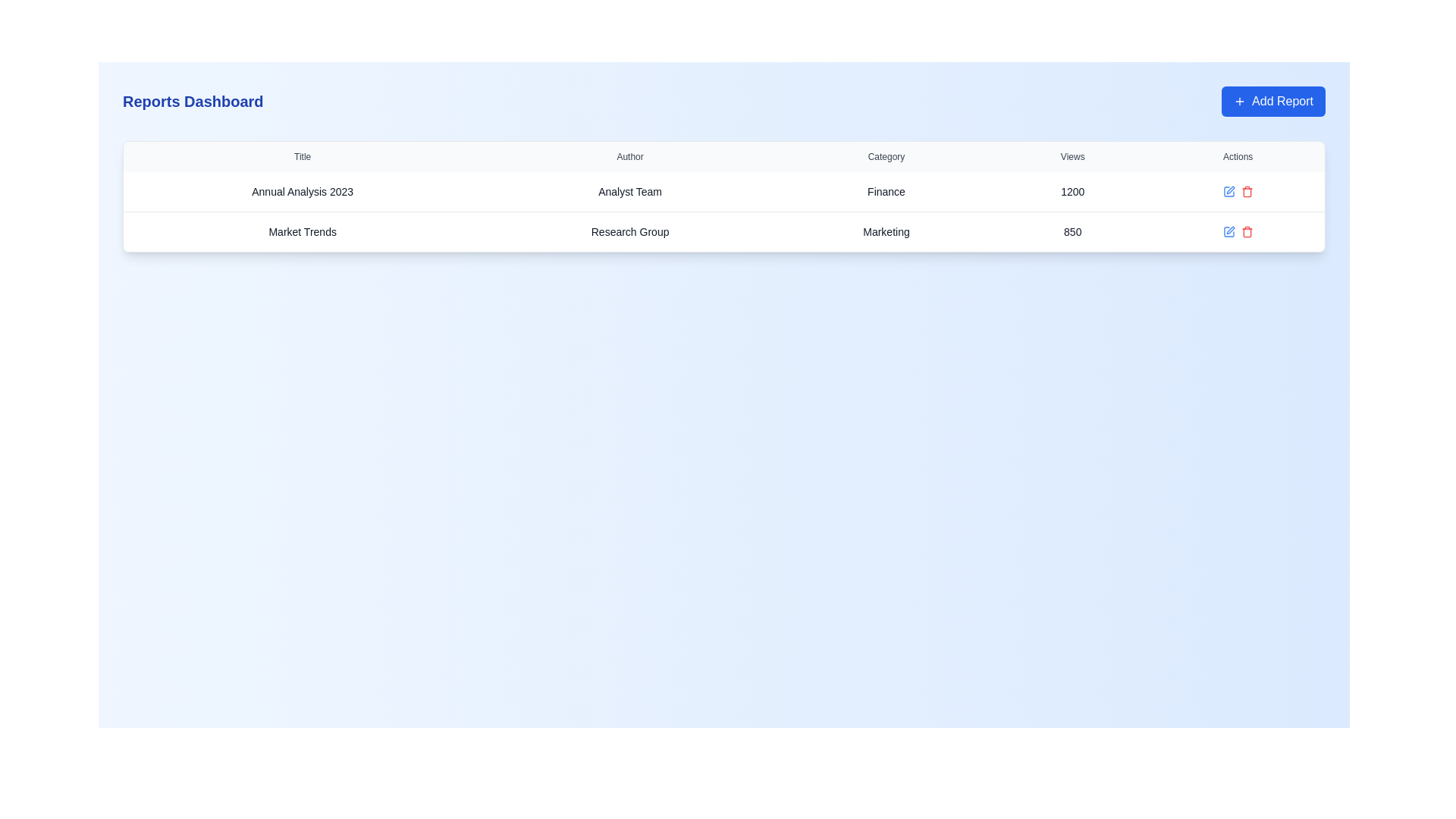  Describe the element at coordinates (1228, 231) in the screenshot. I see `the edit action icon within the 'Actions' column of the Reports Dashboard table` at that location.